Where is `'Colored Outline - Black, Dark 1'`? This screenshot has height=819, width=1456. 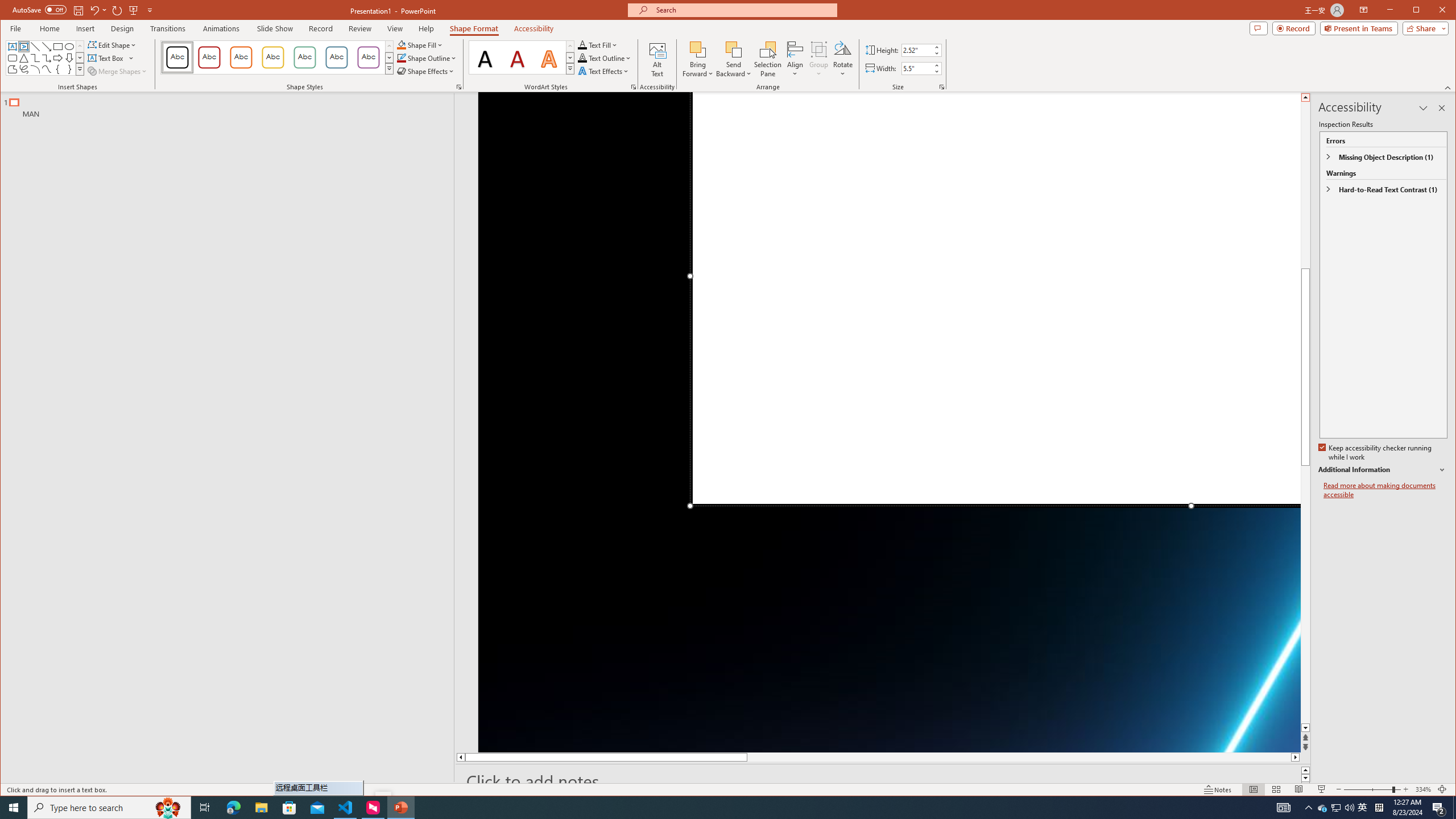
'Colored Outline - Black, Dark 1' is located at coordinates (177, 57).